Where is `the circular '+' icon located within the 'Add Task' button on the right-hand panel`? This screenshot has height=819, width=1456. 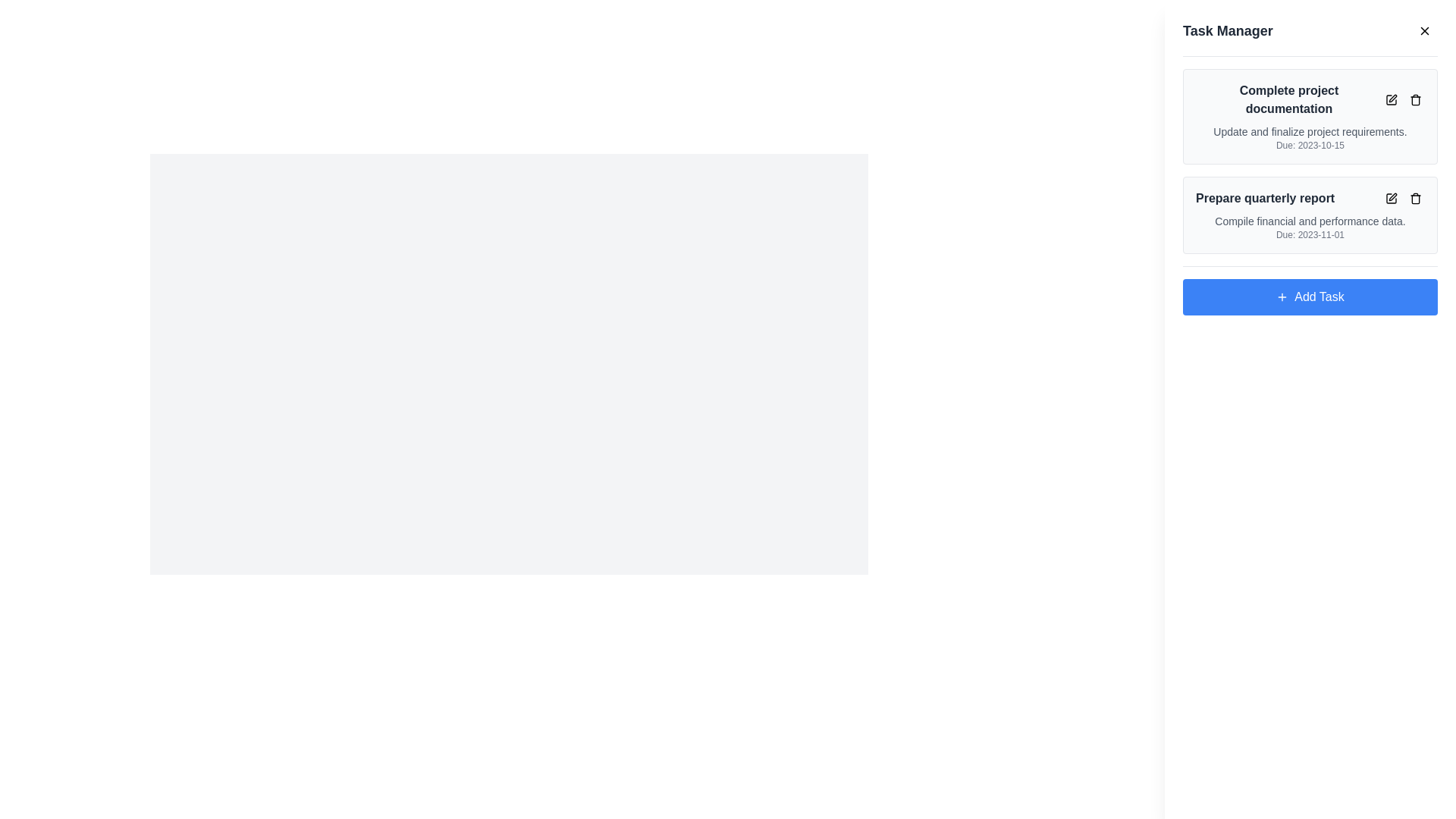 the circular '+' icon located within the 'Add Task' button on the right-hand panel is located at coordinates (1282, 297).